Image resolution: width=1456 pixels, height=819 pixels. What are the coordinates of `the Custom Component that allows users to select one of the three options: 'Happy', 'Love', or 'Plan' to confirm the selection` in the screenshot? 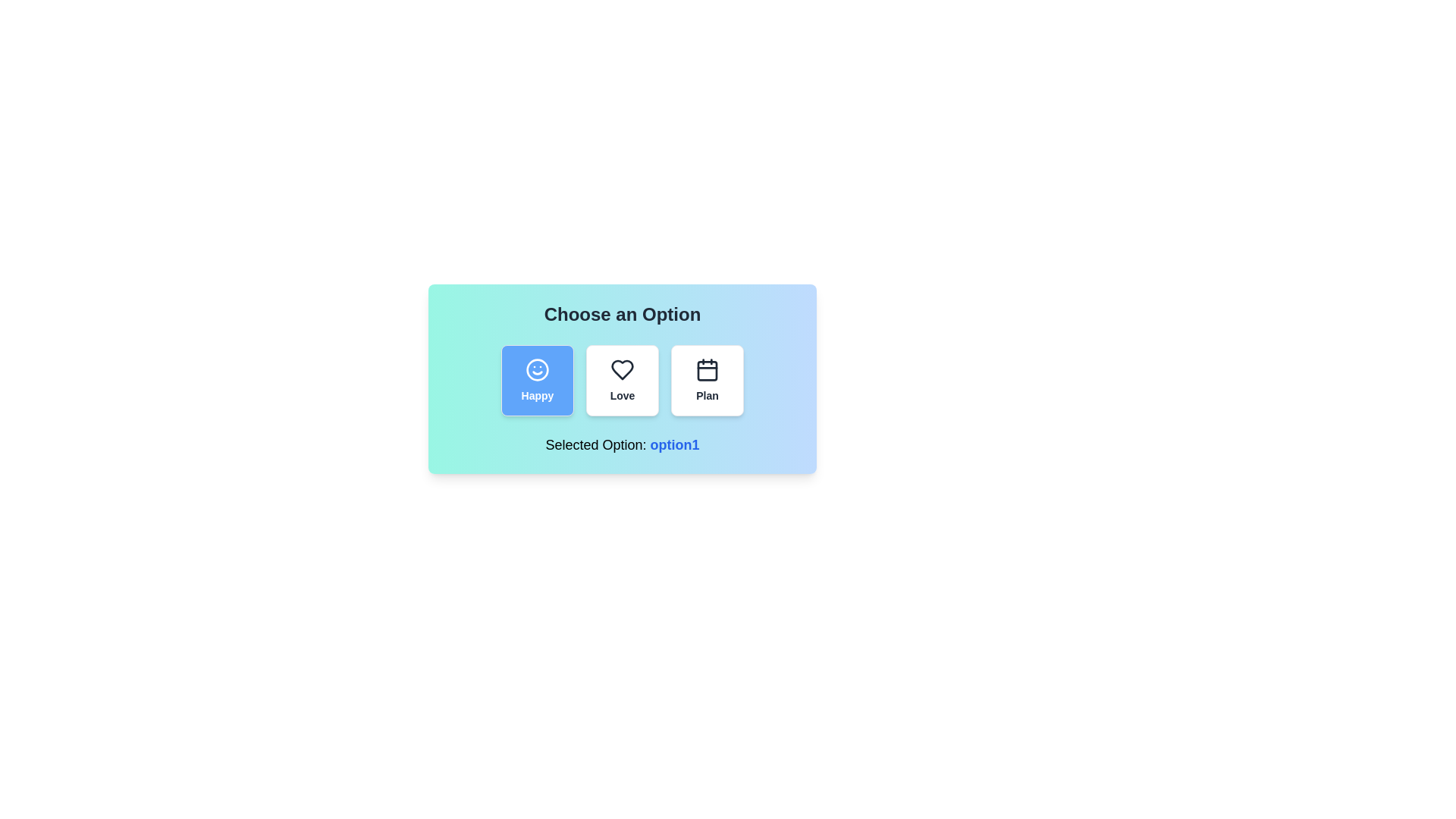 It's located at (622, 378).